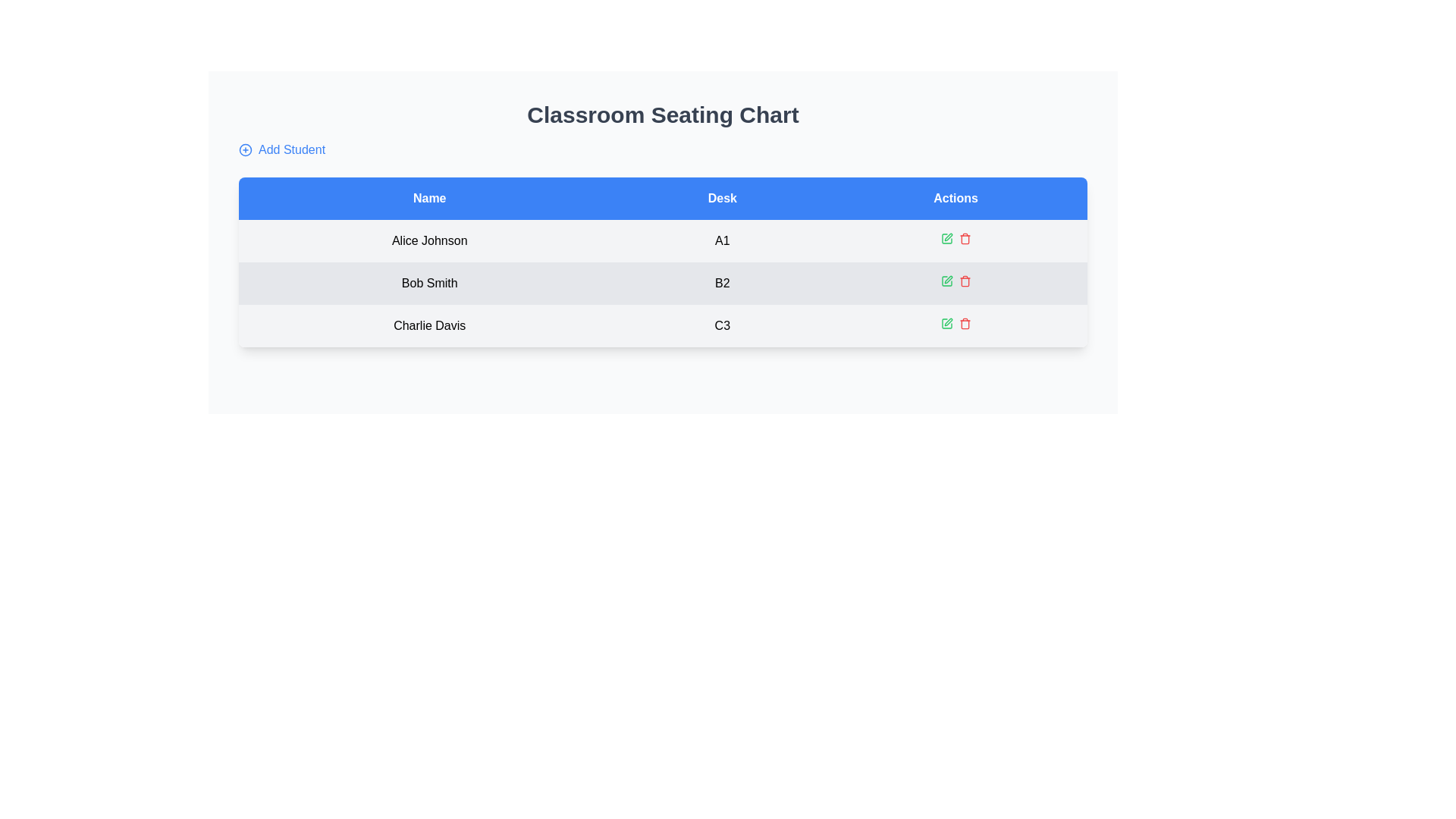  Describe the element at coordinates (428, 325) in the screenshot. I see `the text label displaying 'Charlie Davis' in the 'Name' column of the last row in the table, which has a light gray background` at that location.